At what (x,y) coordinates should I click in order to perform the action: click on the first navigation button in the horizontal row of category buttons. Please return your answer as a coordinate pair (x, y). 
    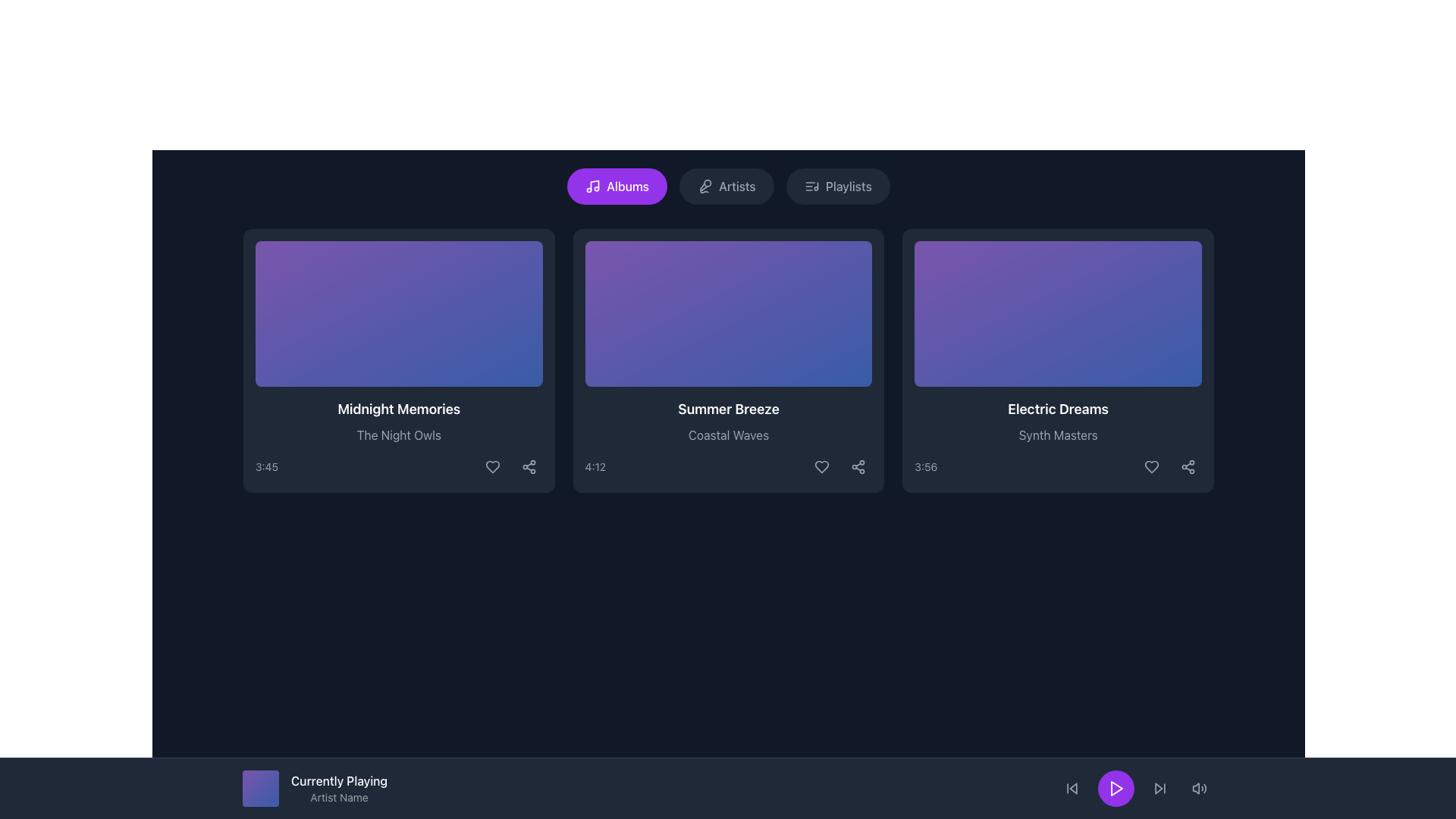
    Looking at the image, I should click on (617, 186).